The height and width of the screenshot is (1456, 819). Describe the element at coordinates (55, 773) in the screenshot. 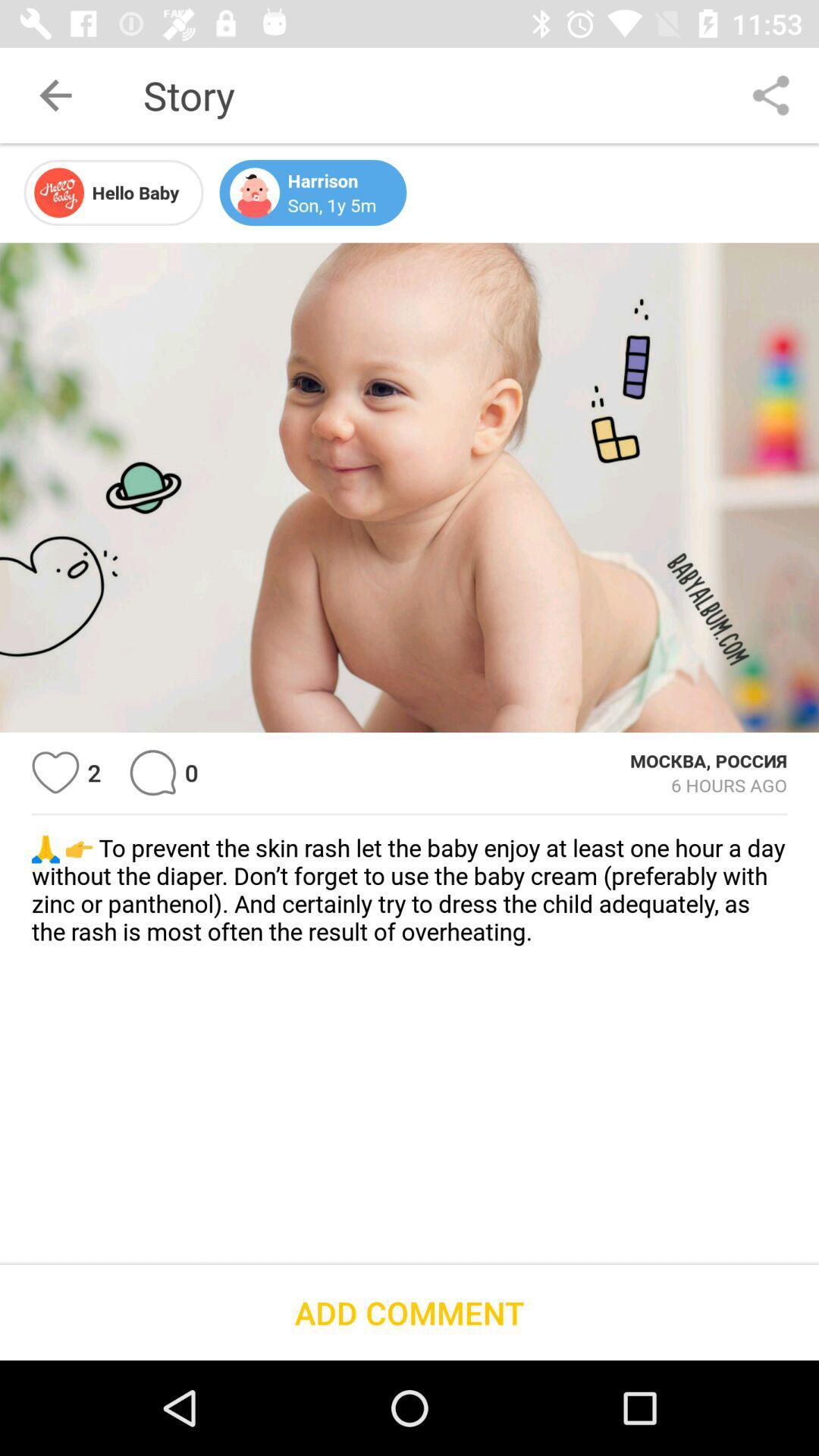

I see `like the post` at that location.